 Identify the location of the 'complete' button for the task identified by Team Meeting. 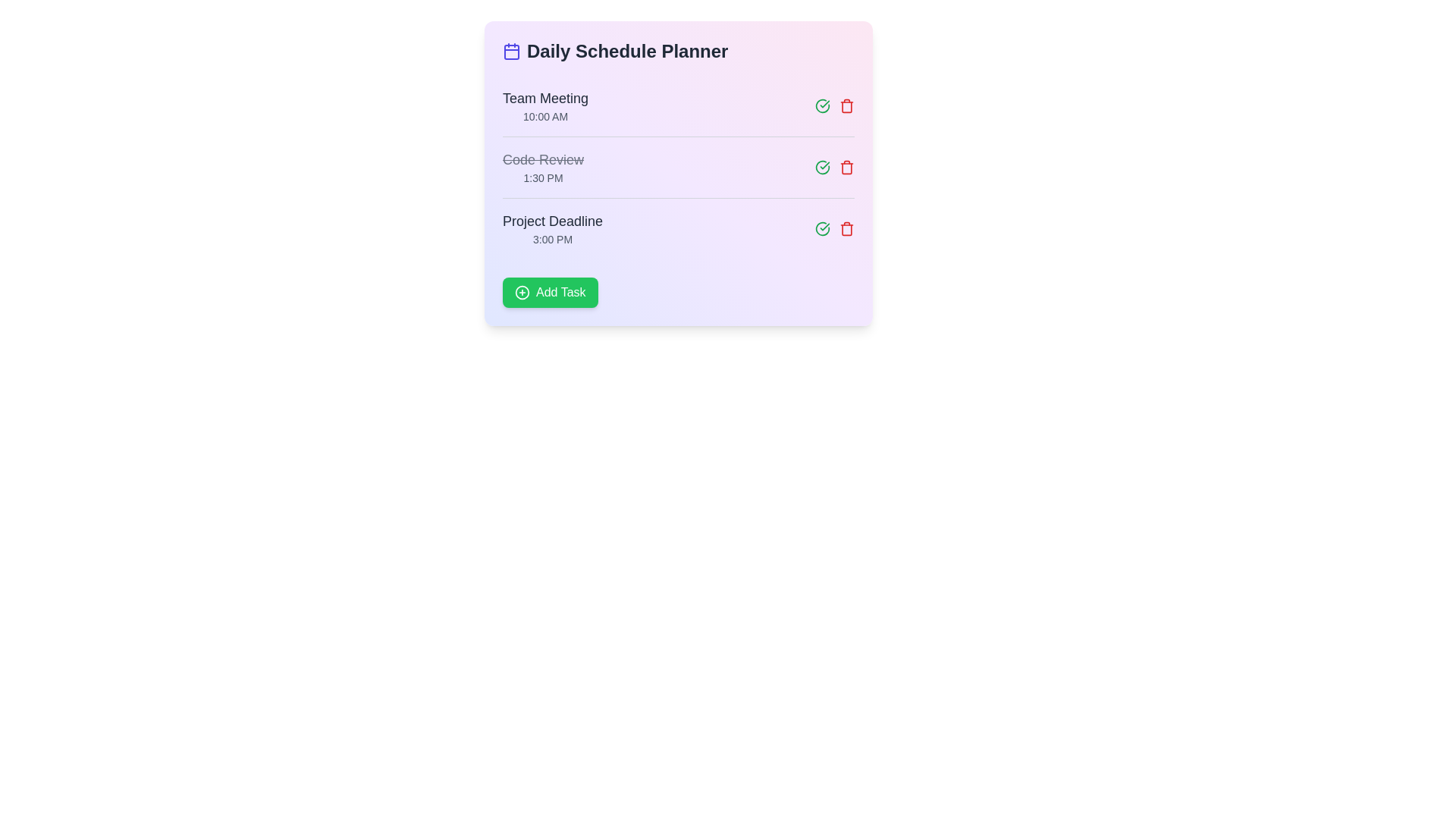
(821, 105).